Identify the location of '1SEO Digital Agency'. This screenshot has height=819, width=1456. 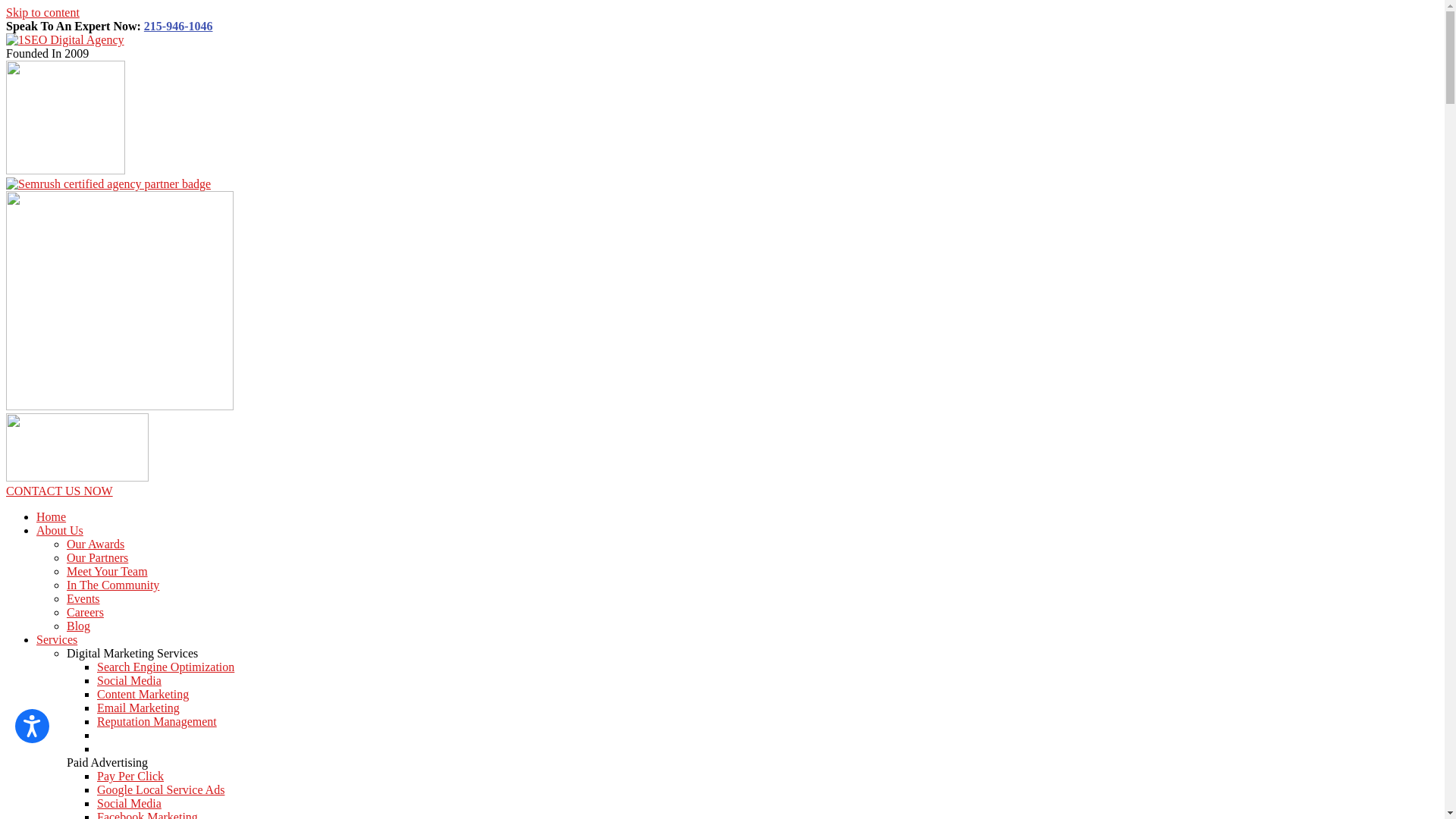
(6, 39).